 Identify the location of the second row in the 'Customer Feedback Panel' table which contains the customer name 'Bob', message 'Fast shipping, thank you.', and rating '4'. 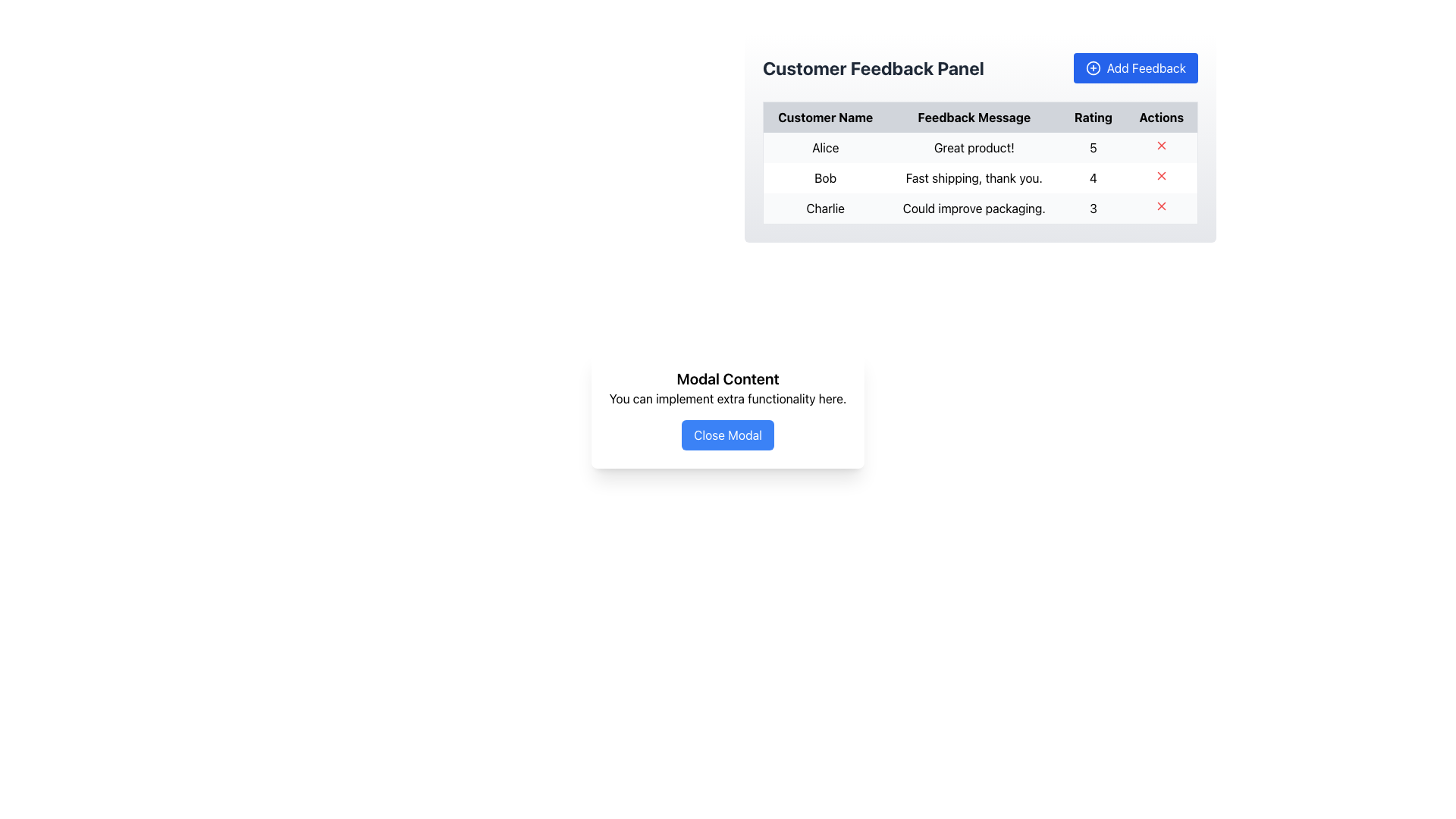
(980, 177).